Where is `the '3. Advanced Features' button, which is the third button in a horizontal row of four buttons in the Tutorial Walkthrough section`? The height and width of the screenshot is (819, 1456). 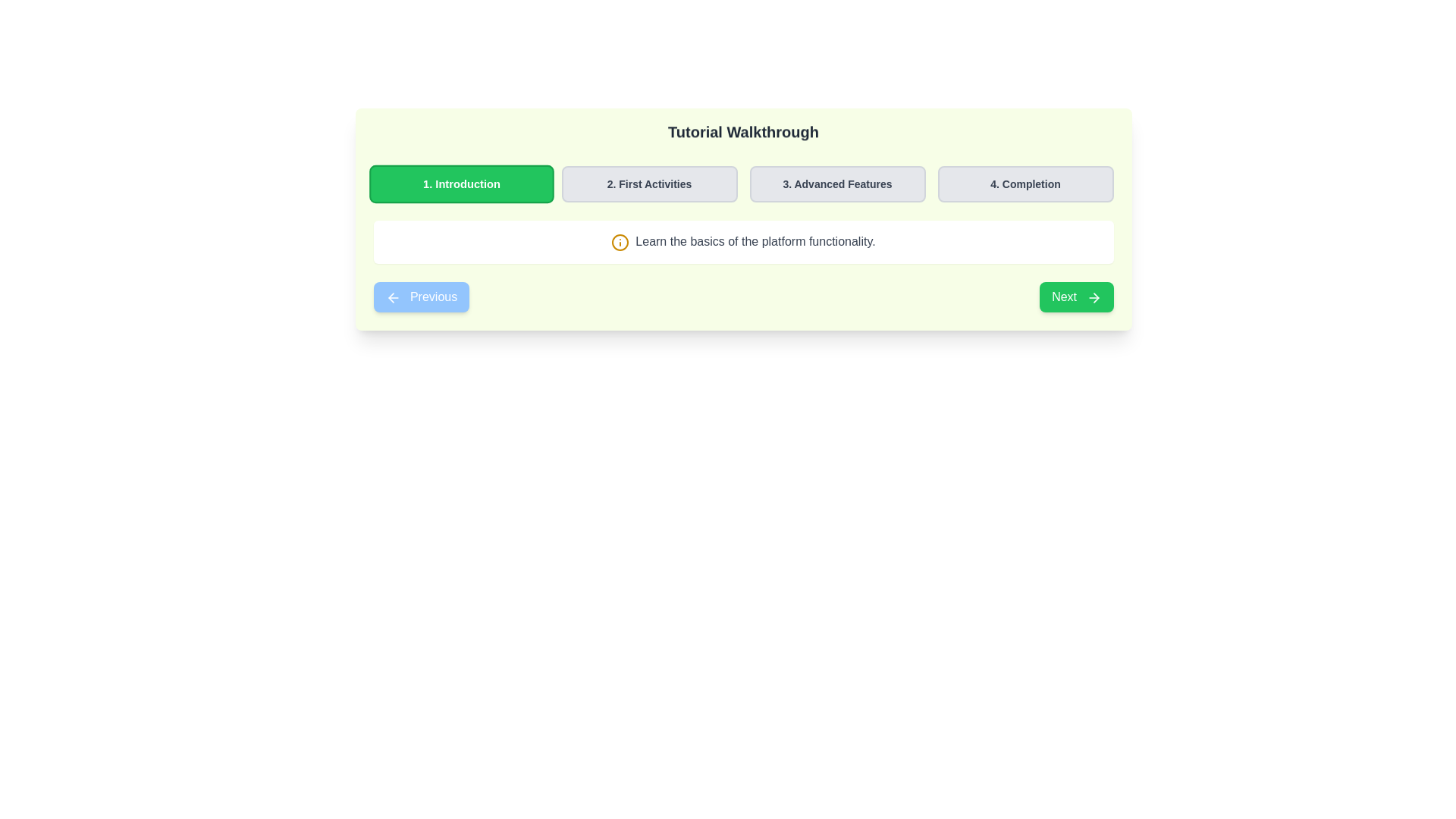 the '3. Advanced Features' button, which is the third button in a horizontal row of four buttons in the Tutorial Walkthrough section is located at coordinates (836, 184).